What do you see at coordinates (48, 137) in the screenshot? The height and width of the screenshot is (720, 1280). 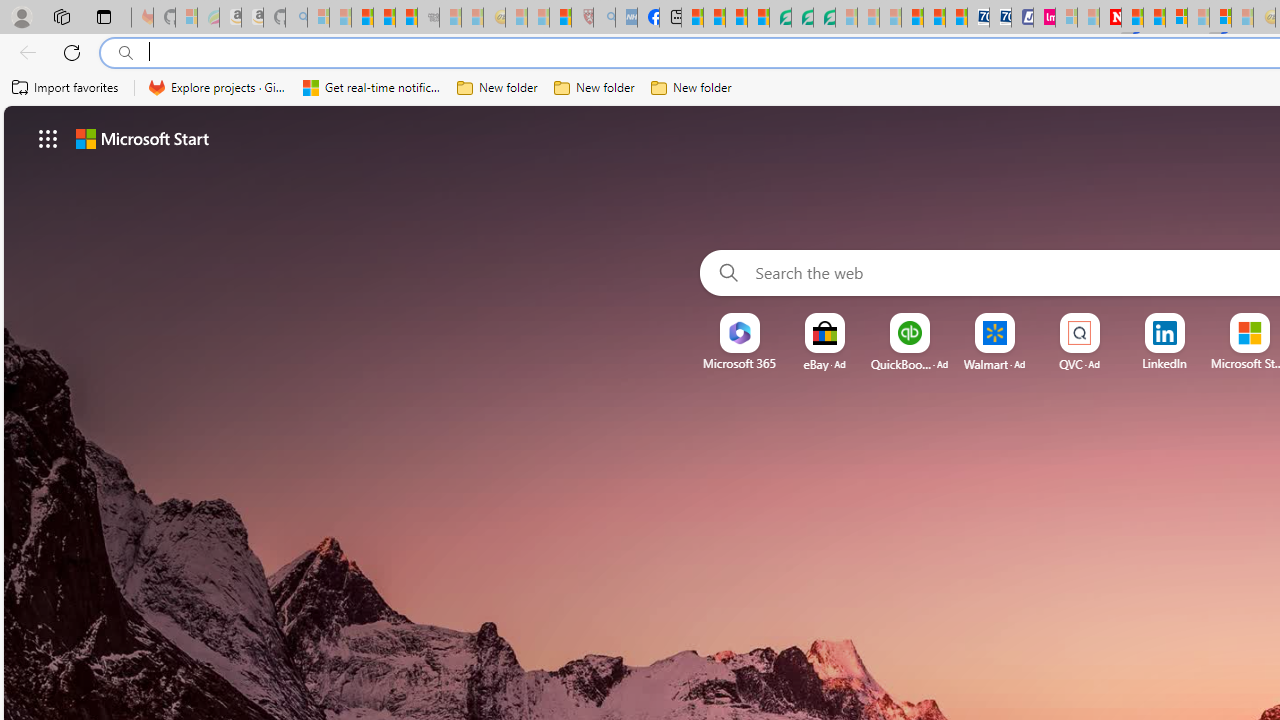 I see `'App launcher'` at bounding box center [48, 137].